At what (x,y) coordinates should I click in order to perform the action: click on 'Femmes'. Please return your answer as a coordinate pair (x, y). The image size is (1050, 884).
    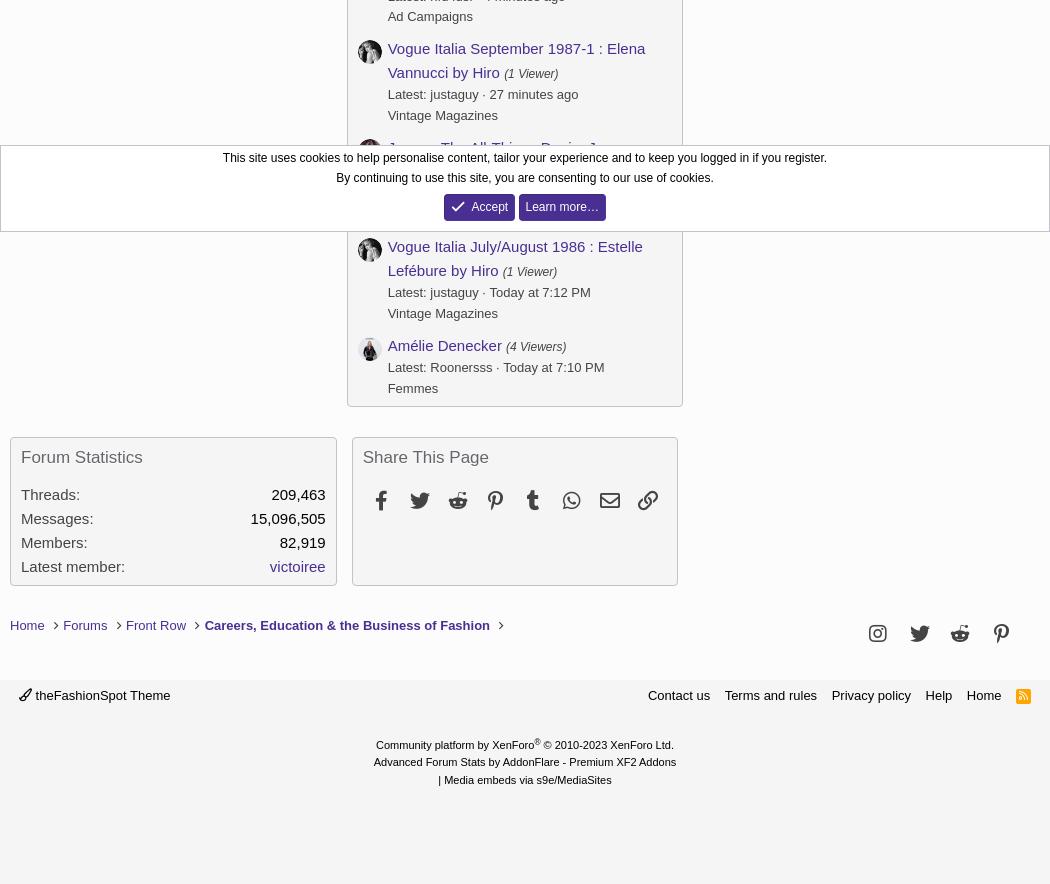
    Looking at the image, I should click on (412, 387).